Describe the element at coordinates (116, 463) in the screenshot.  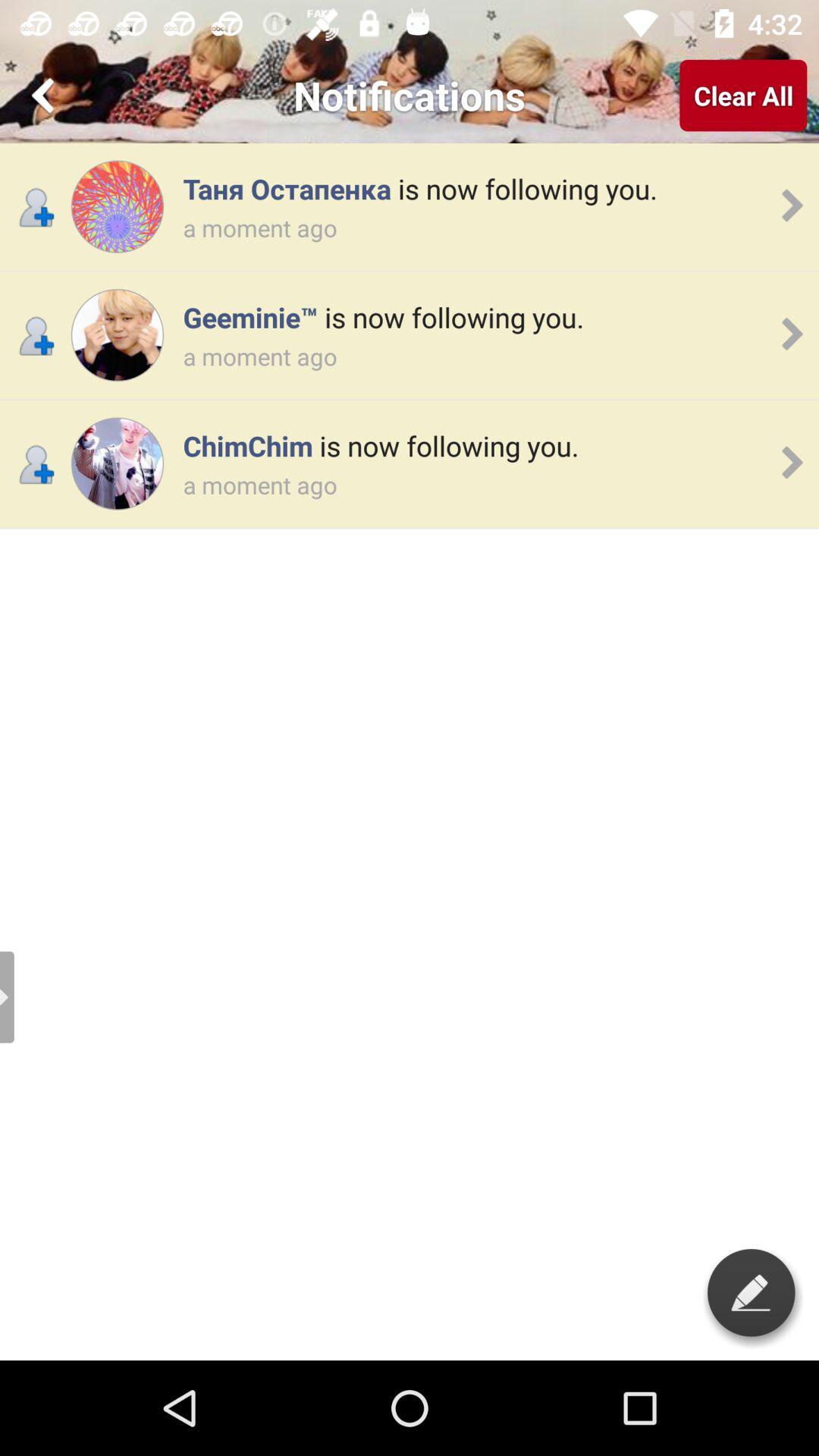
I see `user avatar` at that location.